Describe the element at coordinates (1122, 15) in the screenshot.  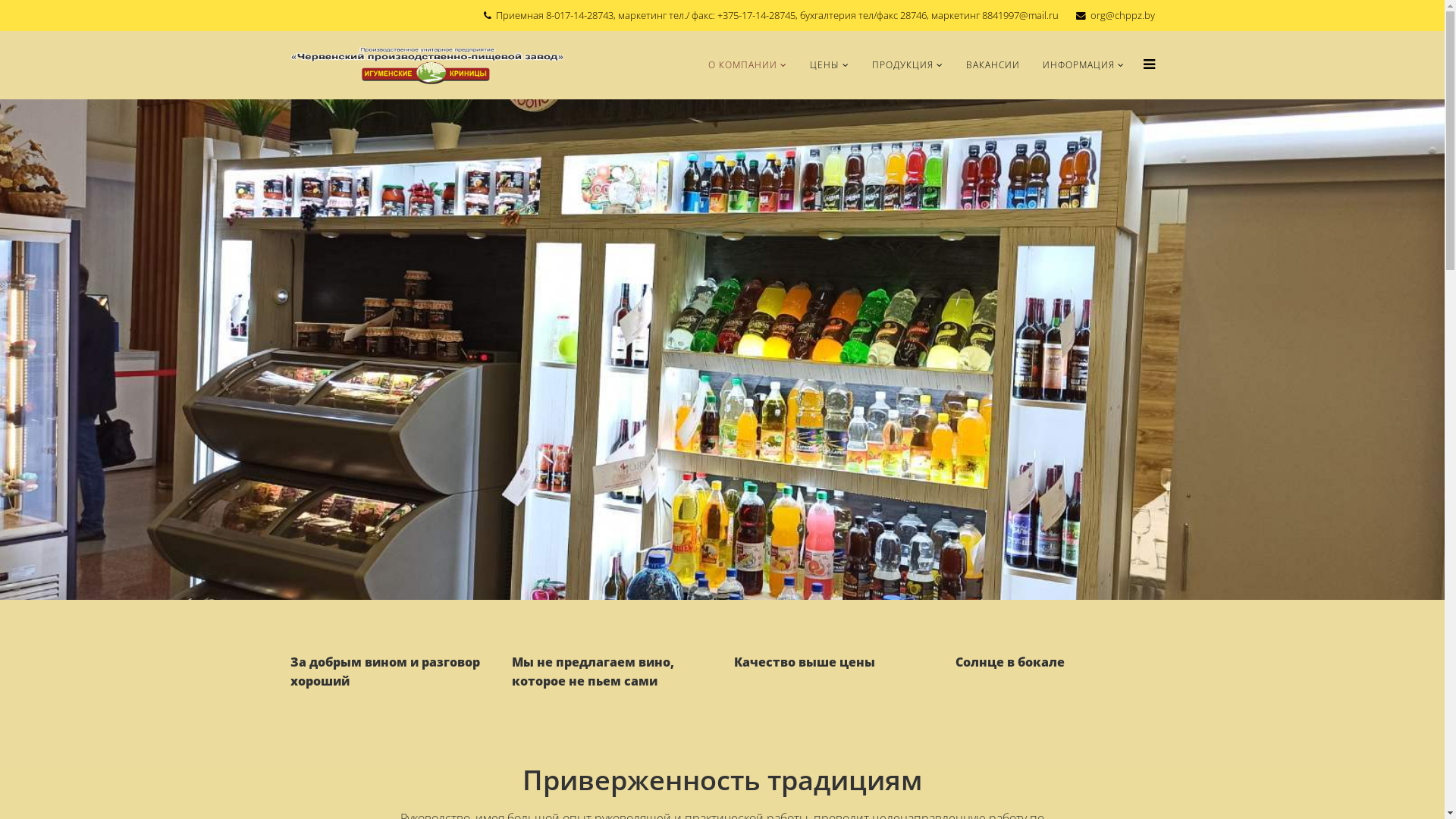
I see `'org@chppz.by'` at that location.